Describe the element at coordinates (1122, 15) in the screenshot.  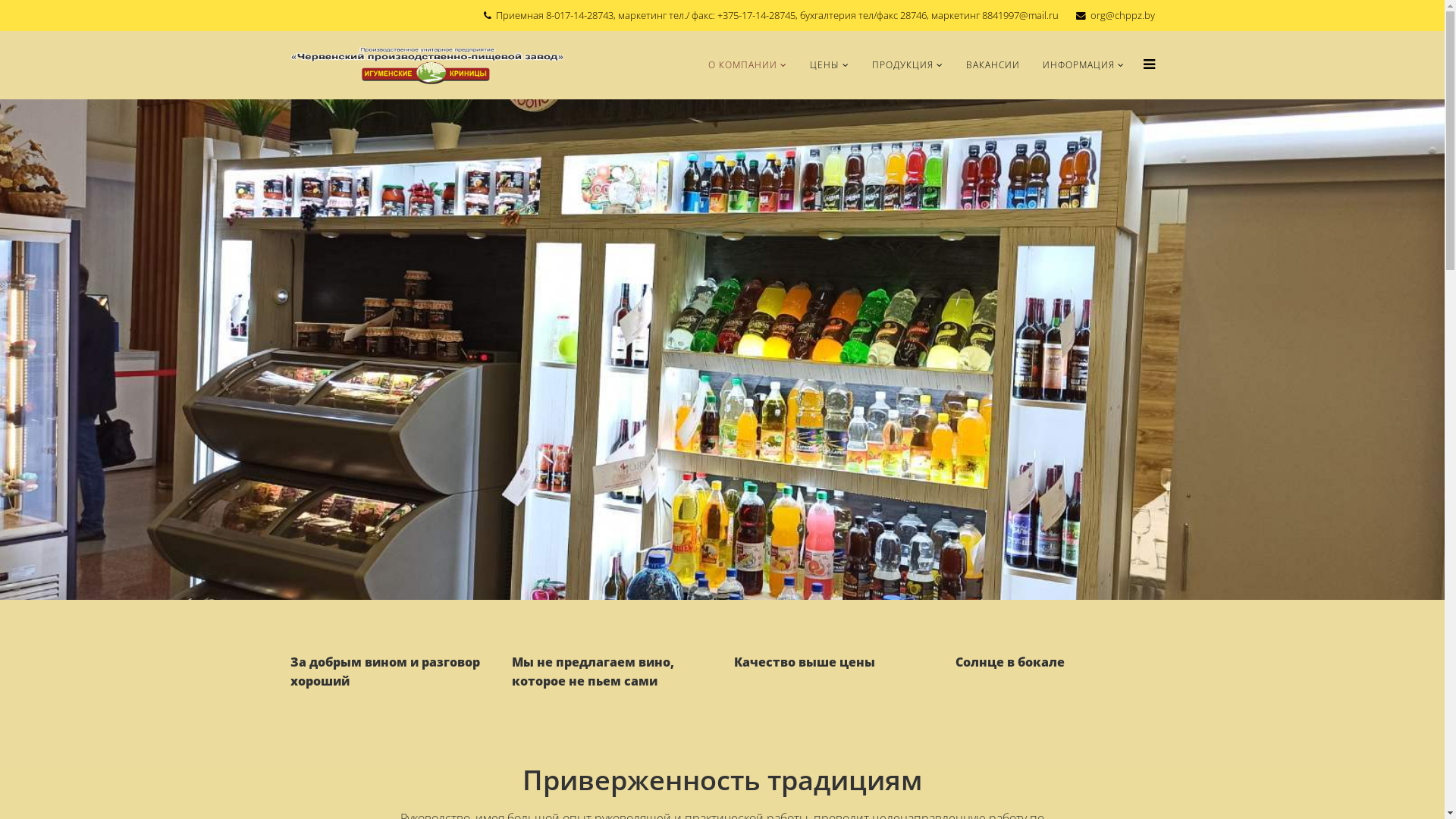
I see `'org@chppz.by'` at that location.